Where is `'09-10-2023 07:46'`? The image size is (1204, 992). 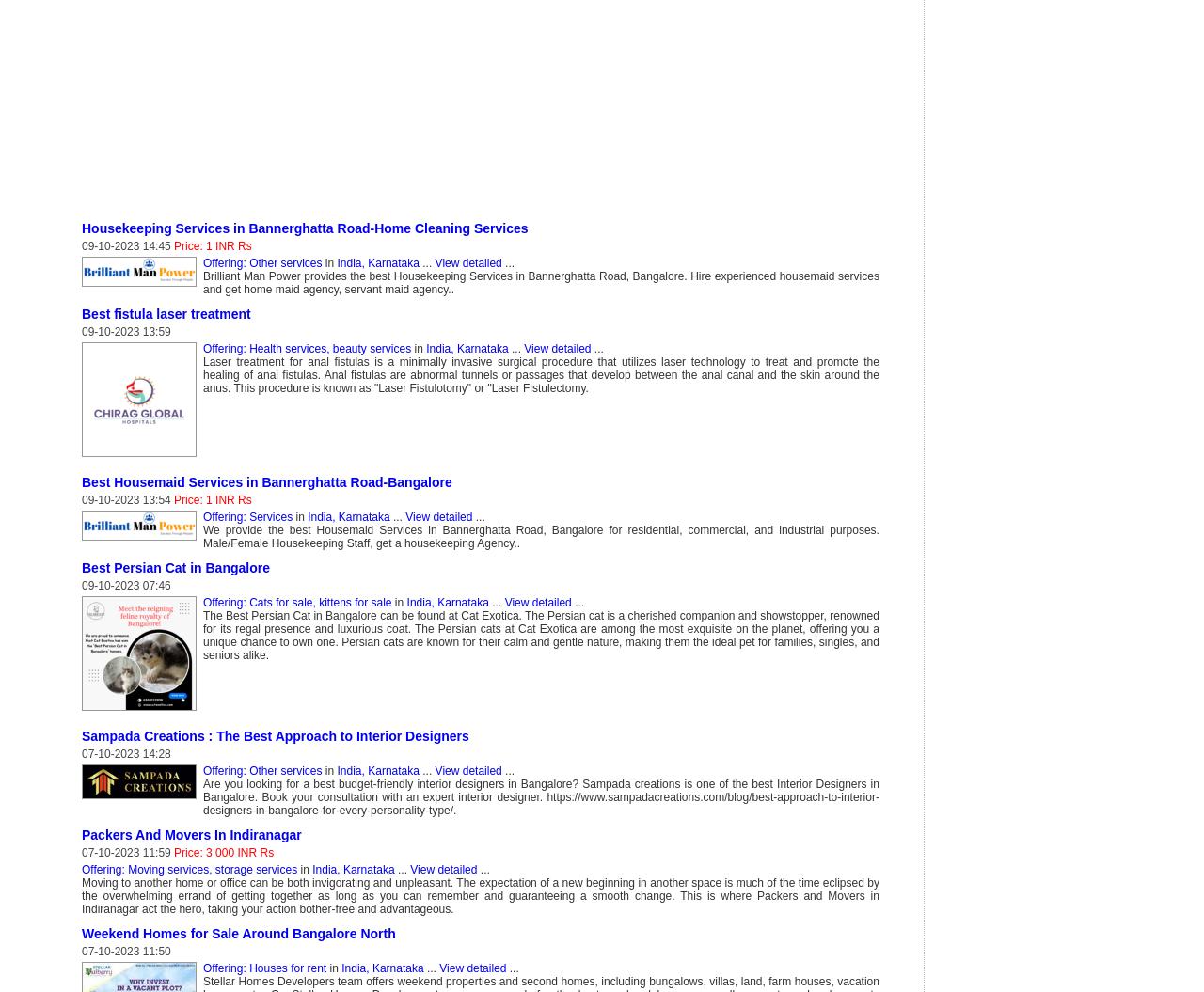
'09-10-2023 07:46' is located at coordinates (125, 585).